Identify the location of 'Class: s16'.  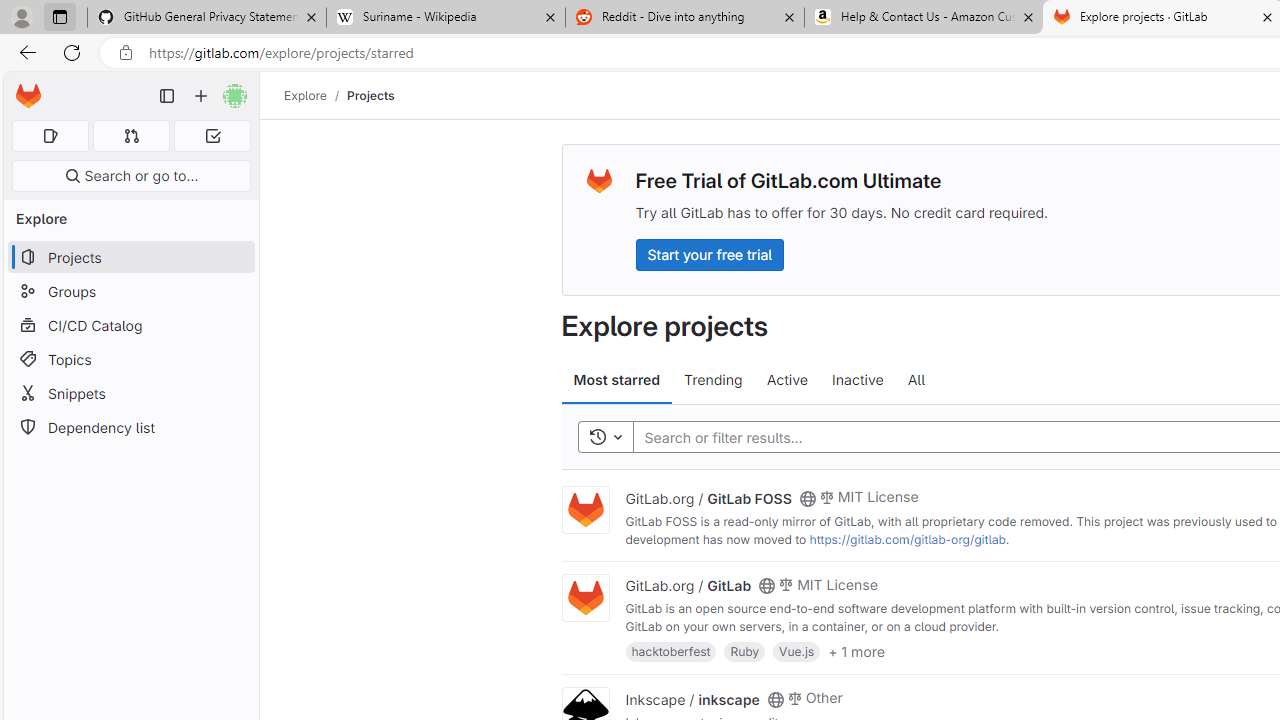
(774, 698).